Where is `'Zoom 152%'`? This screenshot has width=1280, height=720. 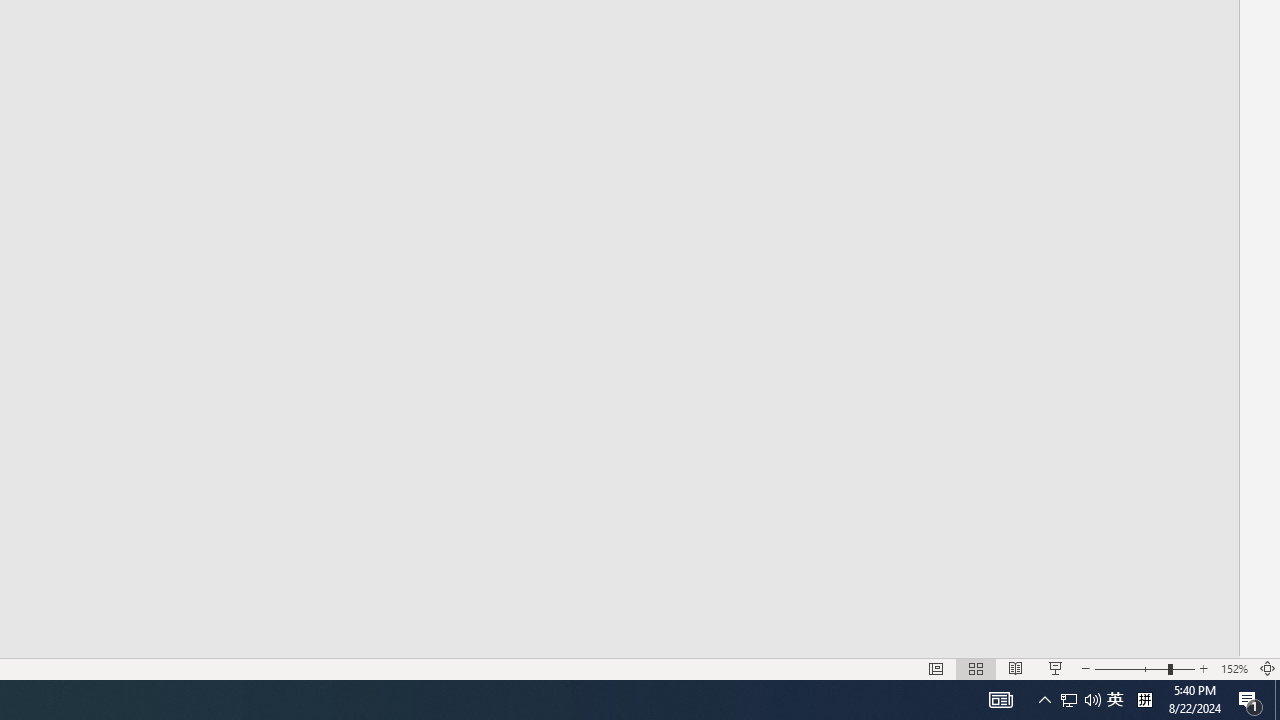
'Zoom 152%' is located at coordinates (1233, 669).